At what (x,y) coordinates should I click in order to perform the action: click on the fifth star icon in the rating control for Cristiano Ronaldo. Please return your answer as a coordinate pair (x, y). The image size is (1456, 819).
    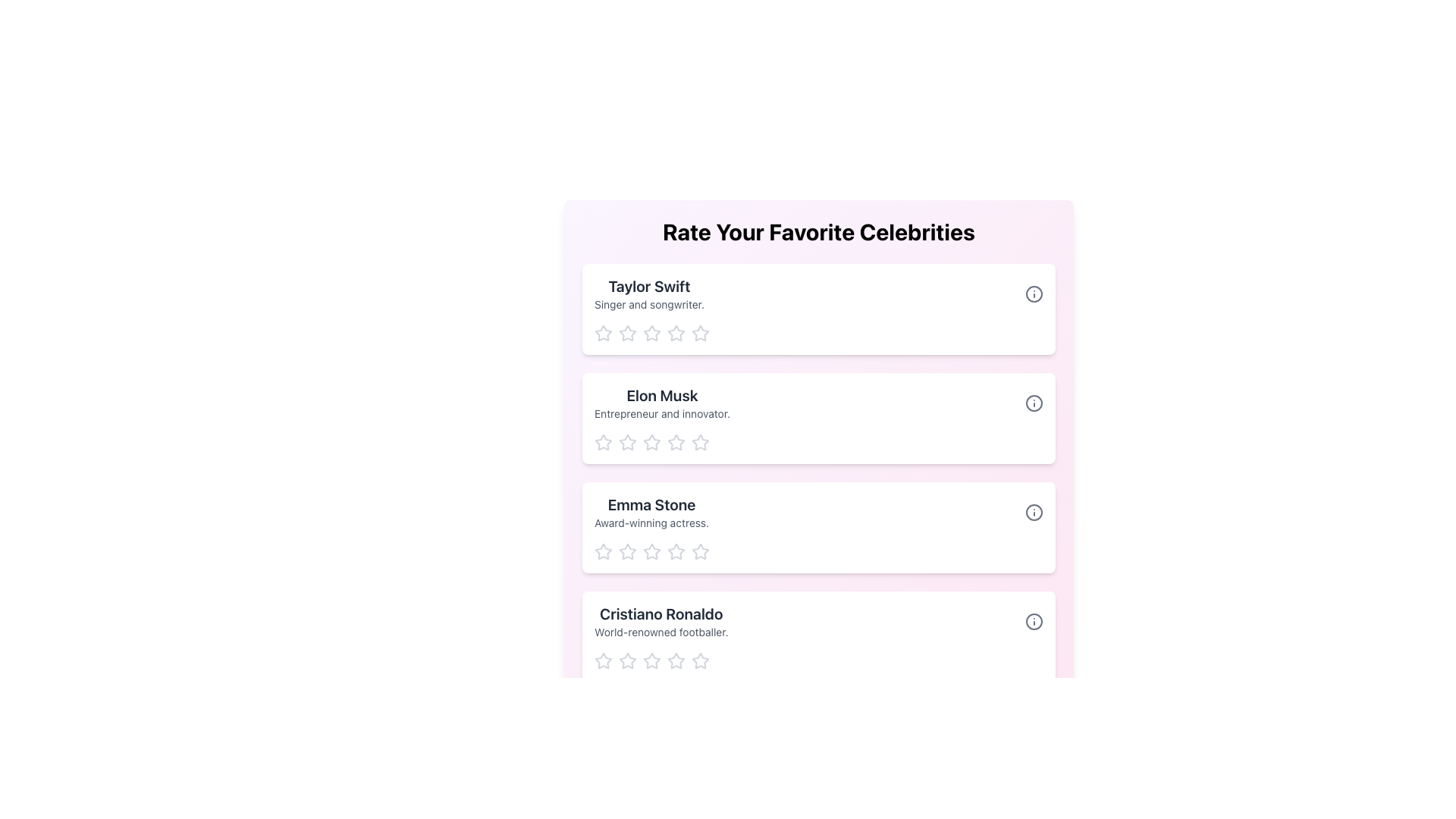
    Looking at the image, I should click on (651, 660).